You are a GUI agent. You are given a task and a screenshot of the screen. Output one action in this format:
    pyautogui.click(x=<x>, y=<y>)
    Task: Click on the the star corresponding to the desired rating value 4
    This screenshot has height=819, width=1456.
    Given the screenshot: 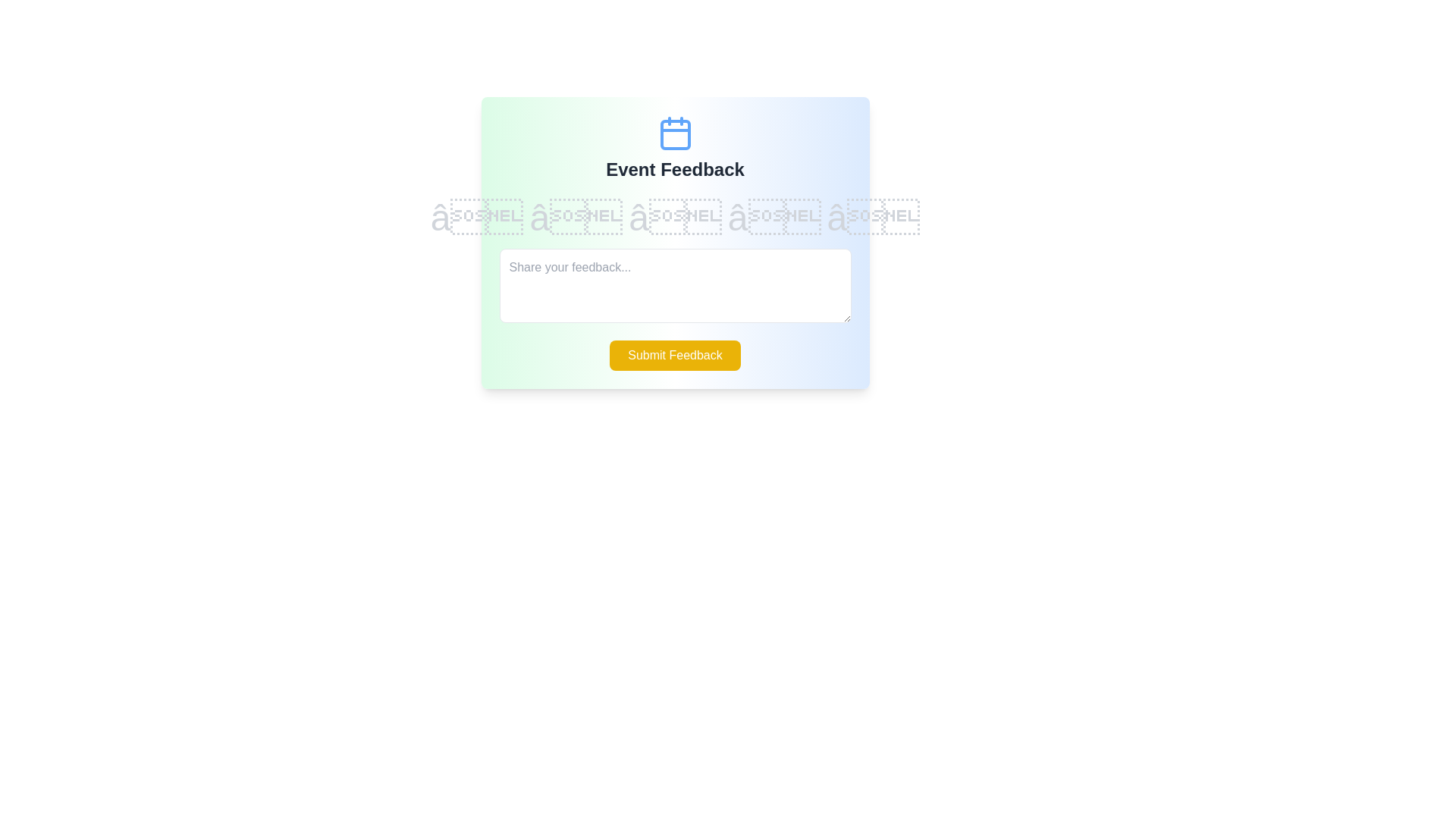 What is the action you would take?
    pyautogui.click(x=774, y=218)
    